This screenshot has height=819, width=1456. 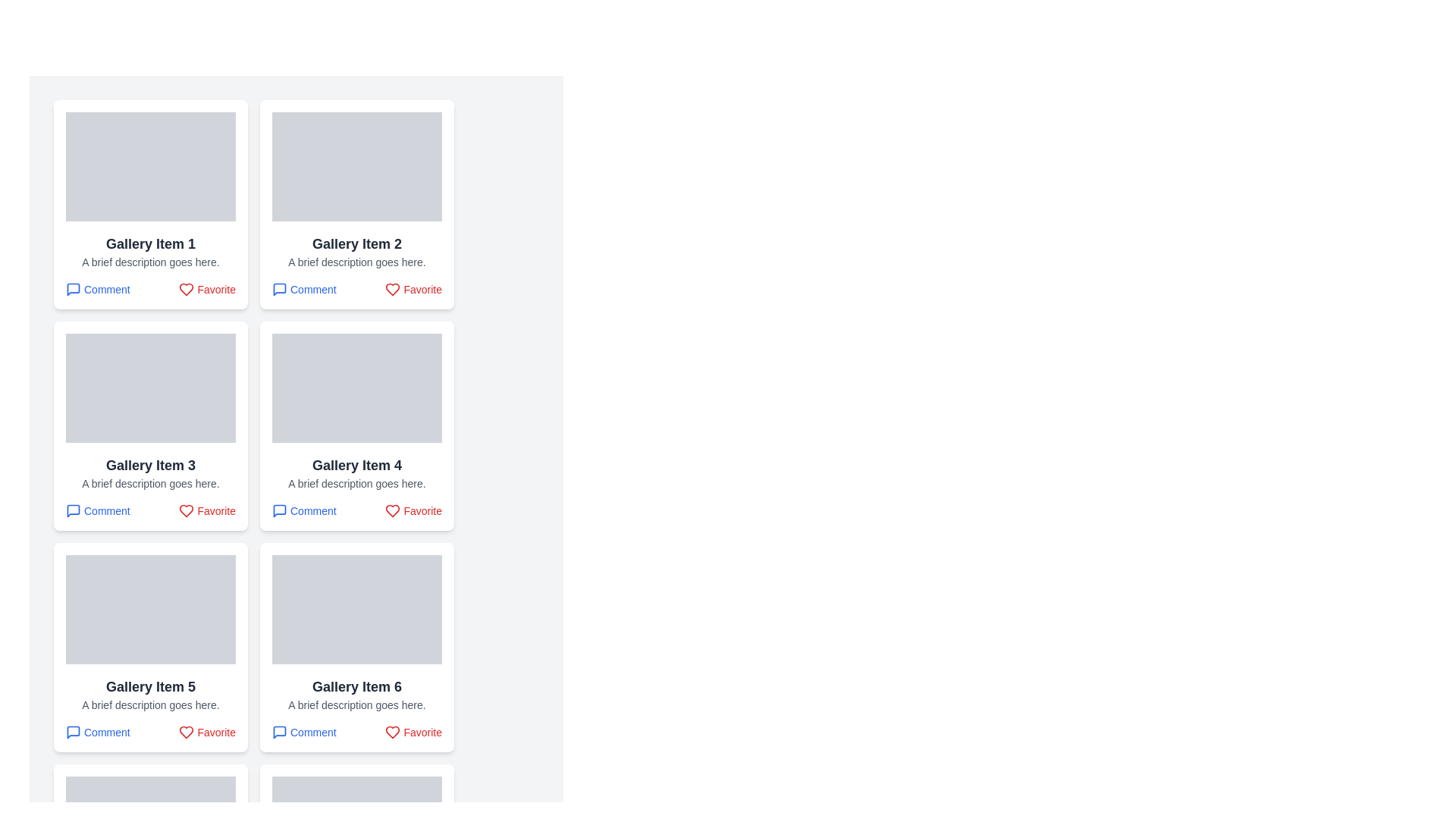 I want to click on the comment icon located at the bottom of the sixth gallery card in the grid layout, which is horizontally adjacent to the 'Favorite' icon, so click(x=280, y=731).